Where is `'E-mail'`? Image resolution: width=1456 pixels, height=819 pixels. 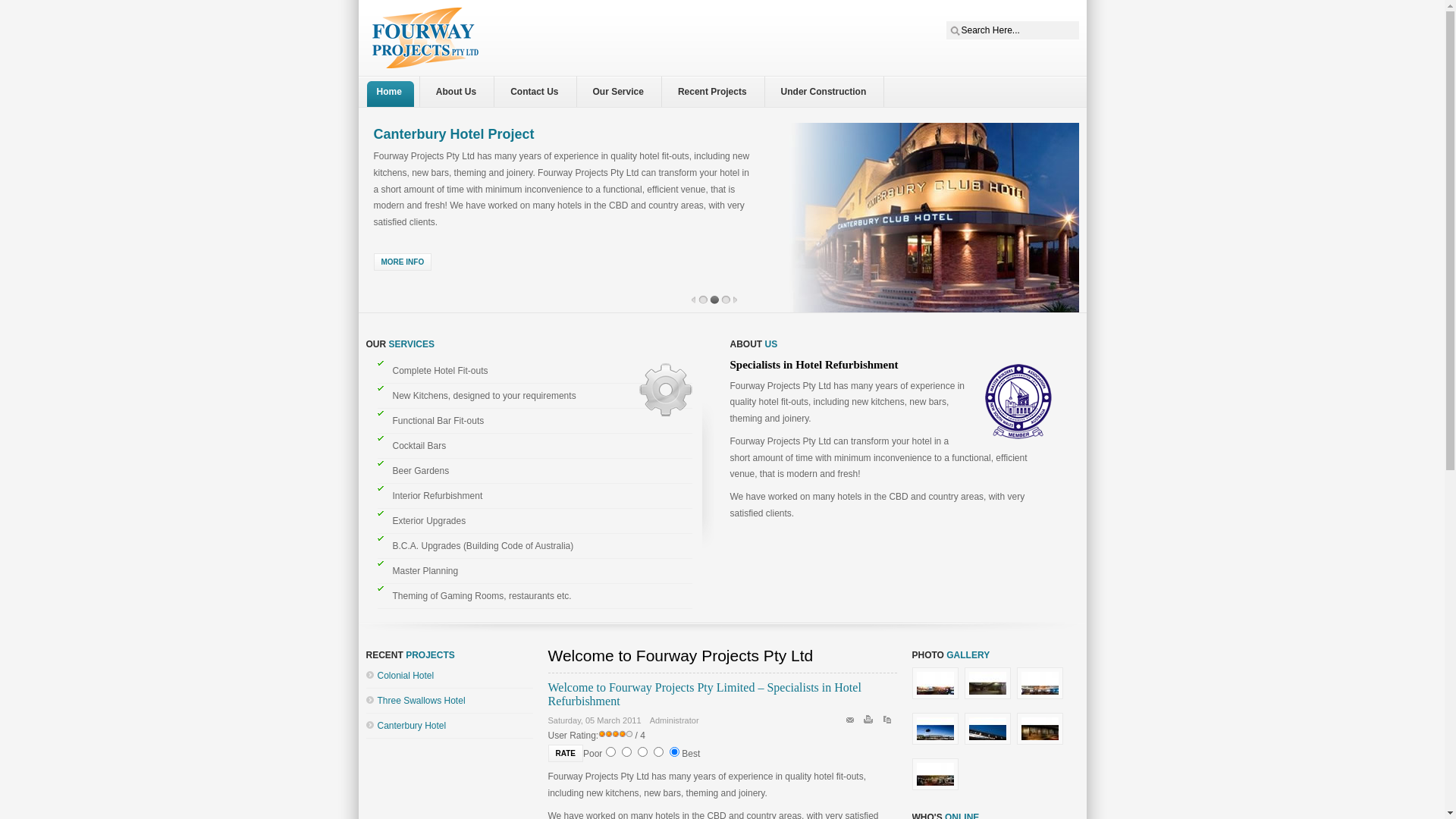 'E-mail' is located at coordinates (852, 721).